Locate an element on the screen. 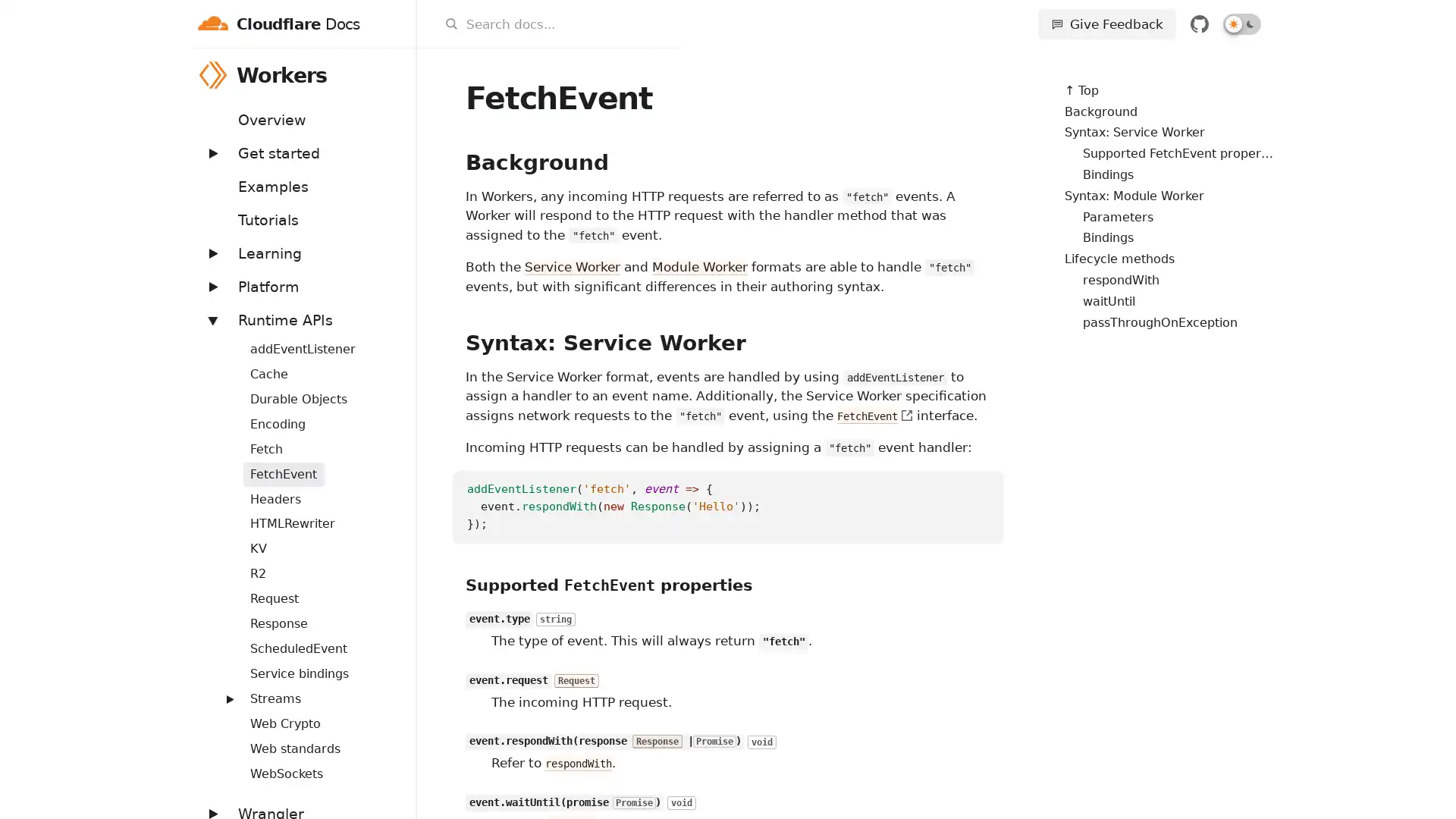  Expand: Streams is located at coordinates (228, 698).